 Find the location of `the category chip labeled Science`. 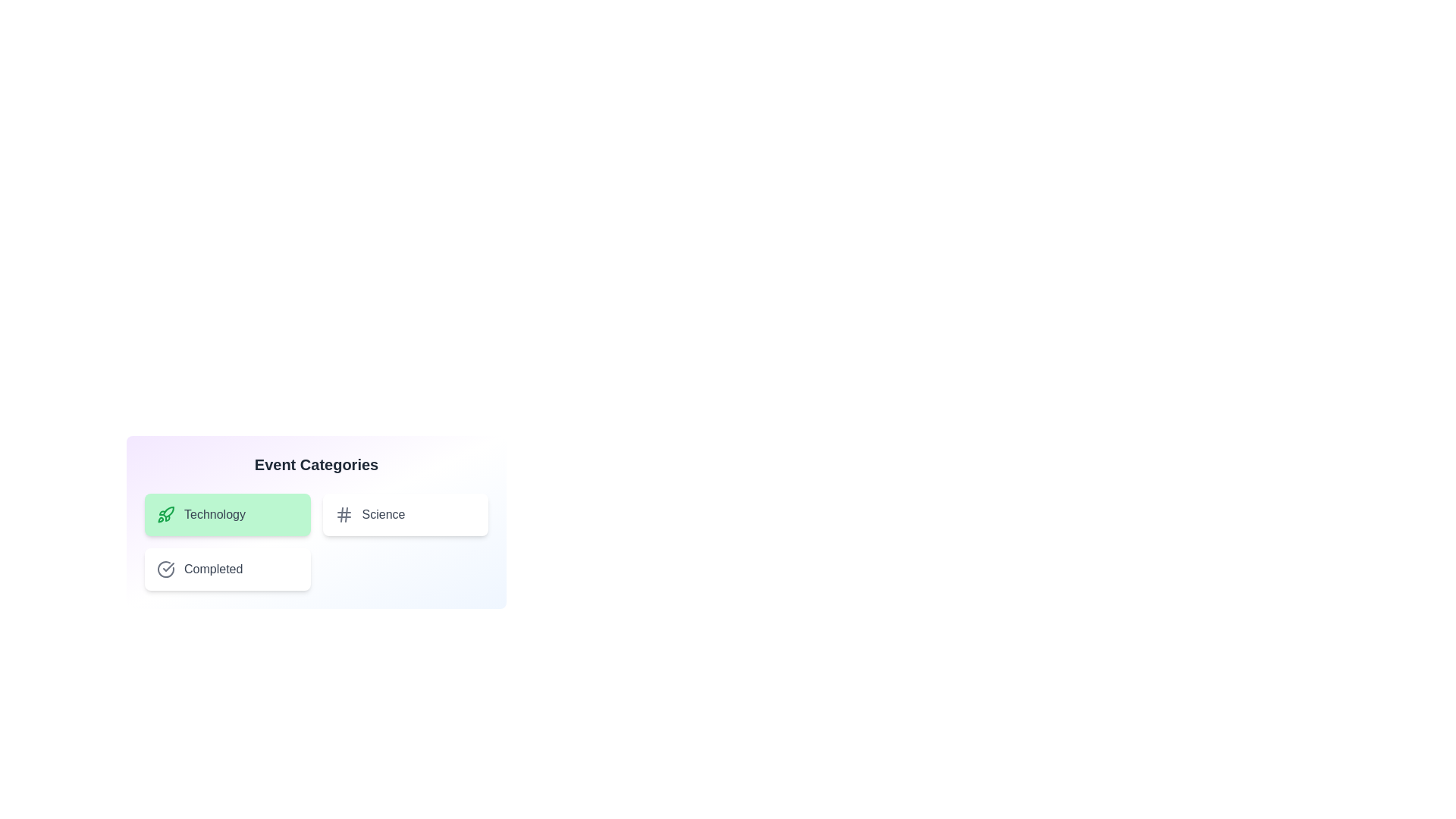

the category chip labeled Science is located at coordinates (405, 513).